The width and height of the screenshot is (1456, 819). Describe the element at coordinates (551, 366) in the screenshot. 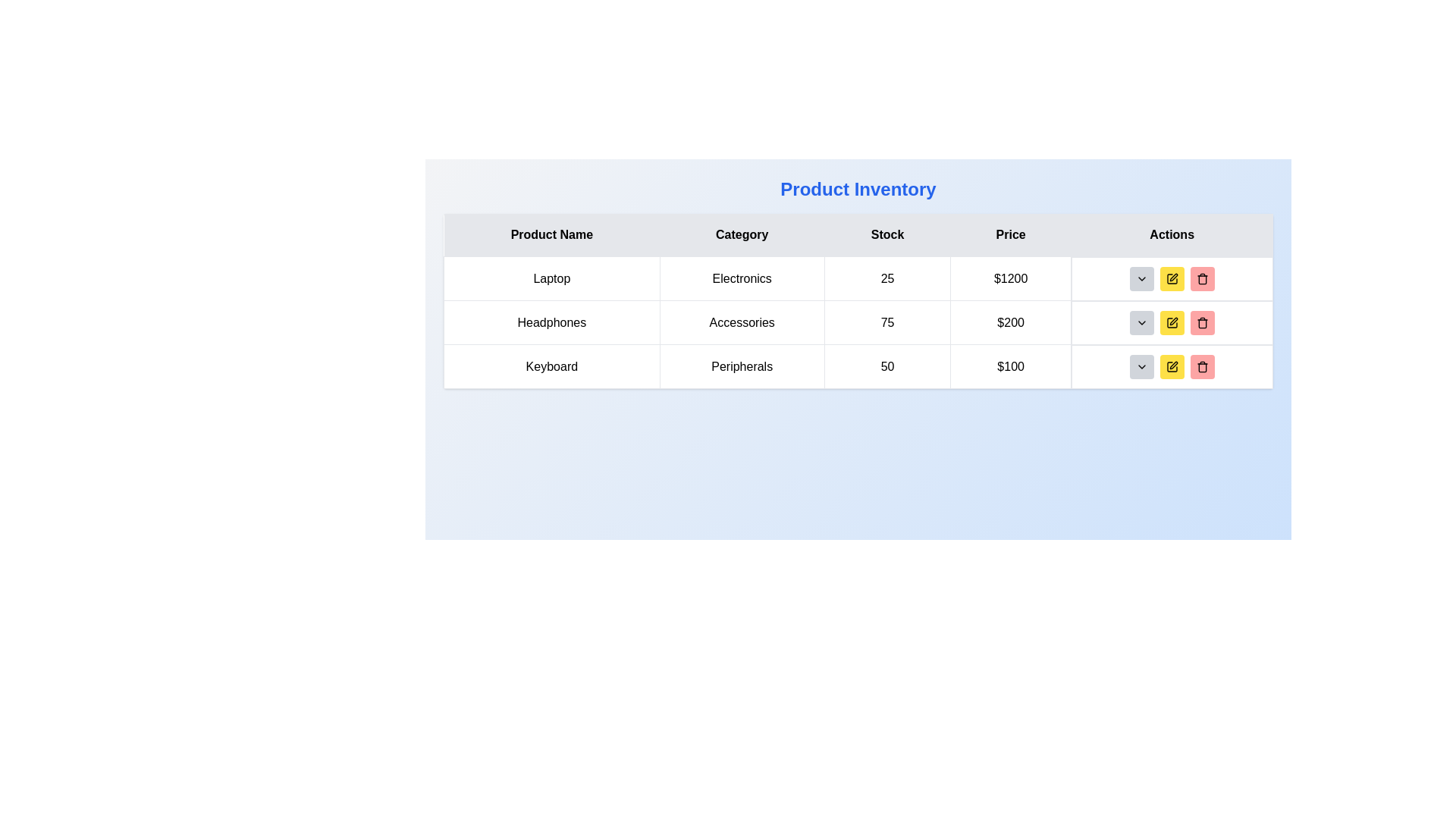

I see `the static text display showing 'Keyboard' located in the first cell of the third row under the 'Product Name' column in the table` at that location.